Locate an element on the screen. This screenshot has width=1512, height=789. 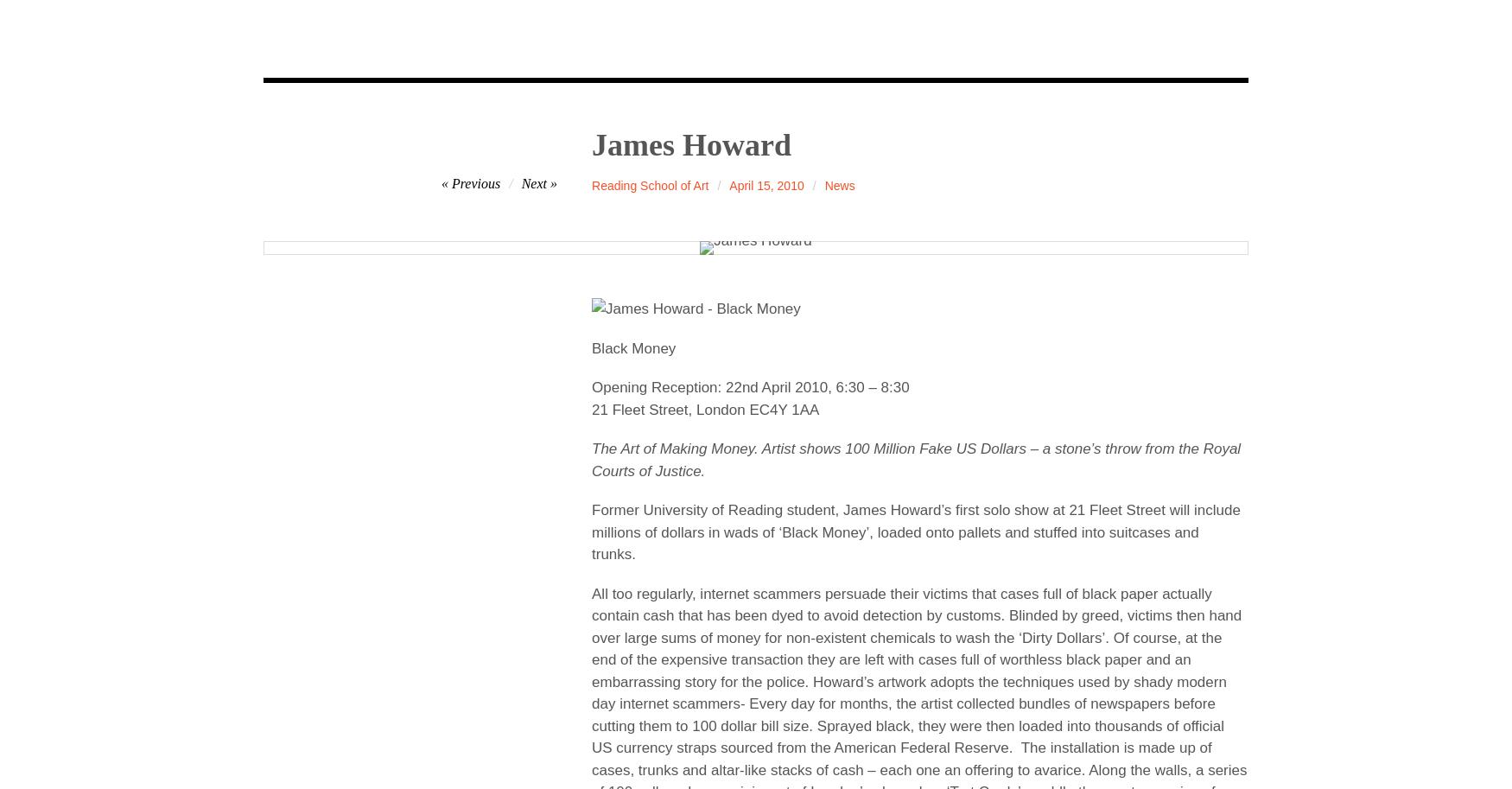
'The Art of Making Money. Artist shows 100 Million Fake US Dollars – a stone’s throw from the Royal Courts of Justice.' is located at coordinates (915, 460).